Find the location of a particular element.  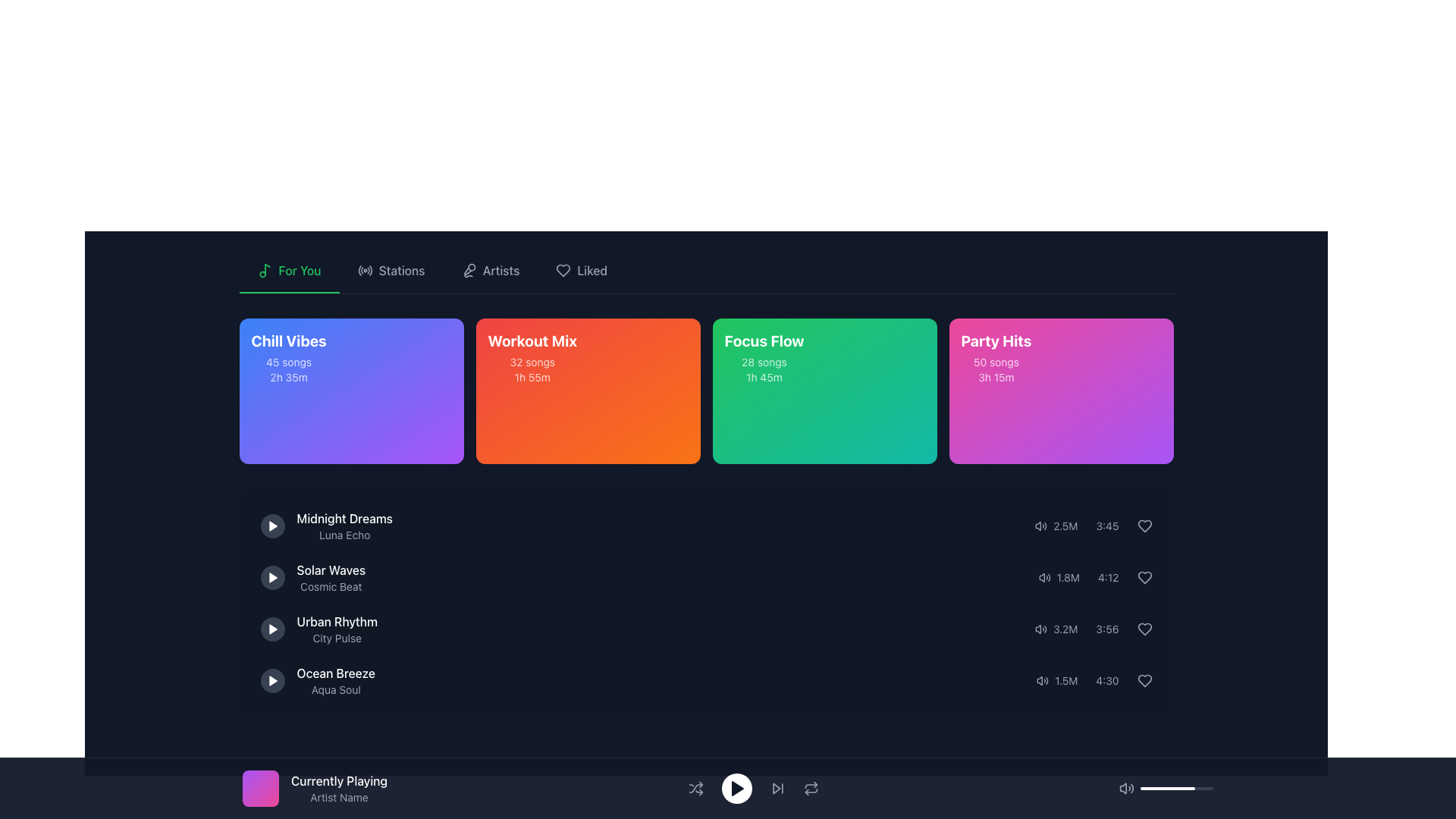

the volume is located at coordinates (1149, 788).